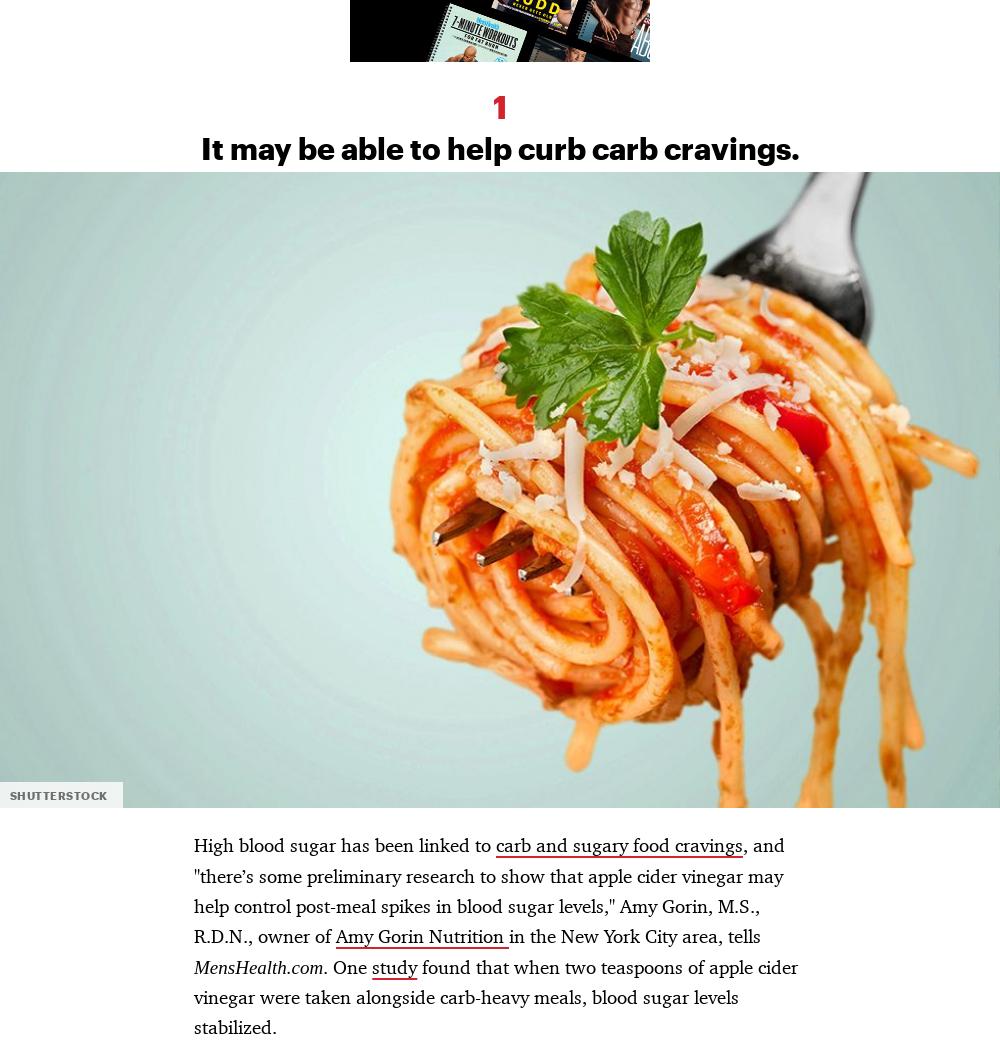 The image size is (1000, 1054). Describe the element at coordinates (51, 639) in the screenshot. I see `'Cookies Choices'` at that location.